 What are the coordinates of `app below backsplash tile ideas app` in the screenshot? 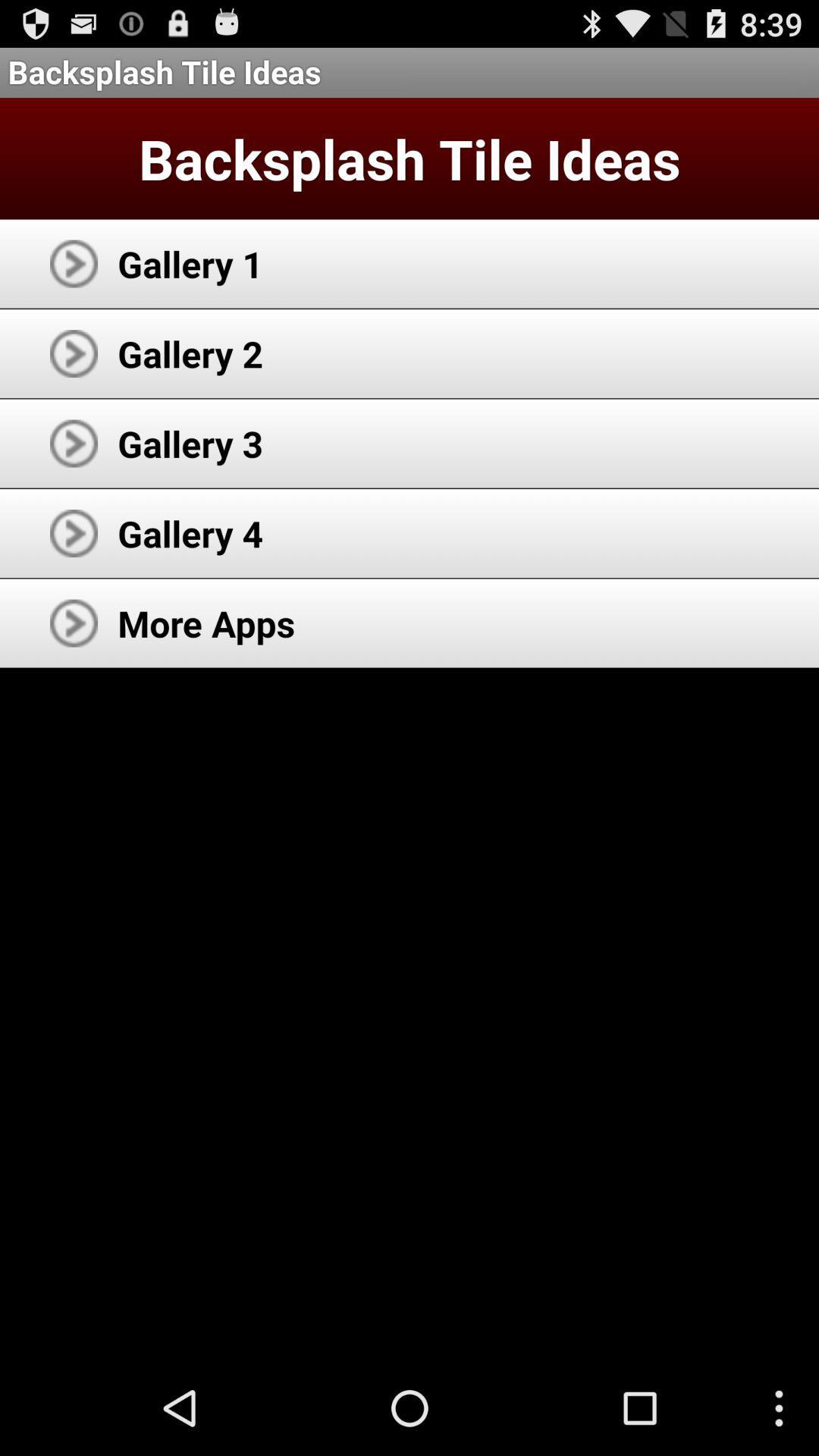 It's located at (190, 263).